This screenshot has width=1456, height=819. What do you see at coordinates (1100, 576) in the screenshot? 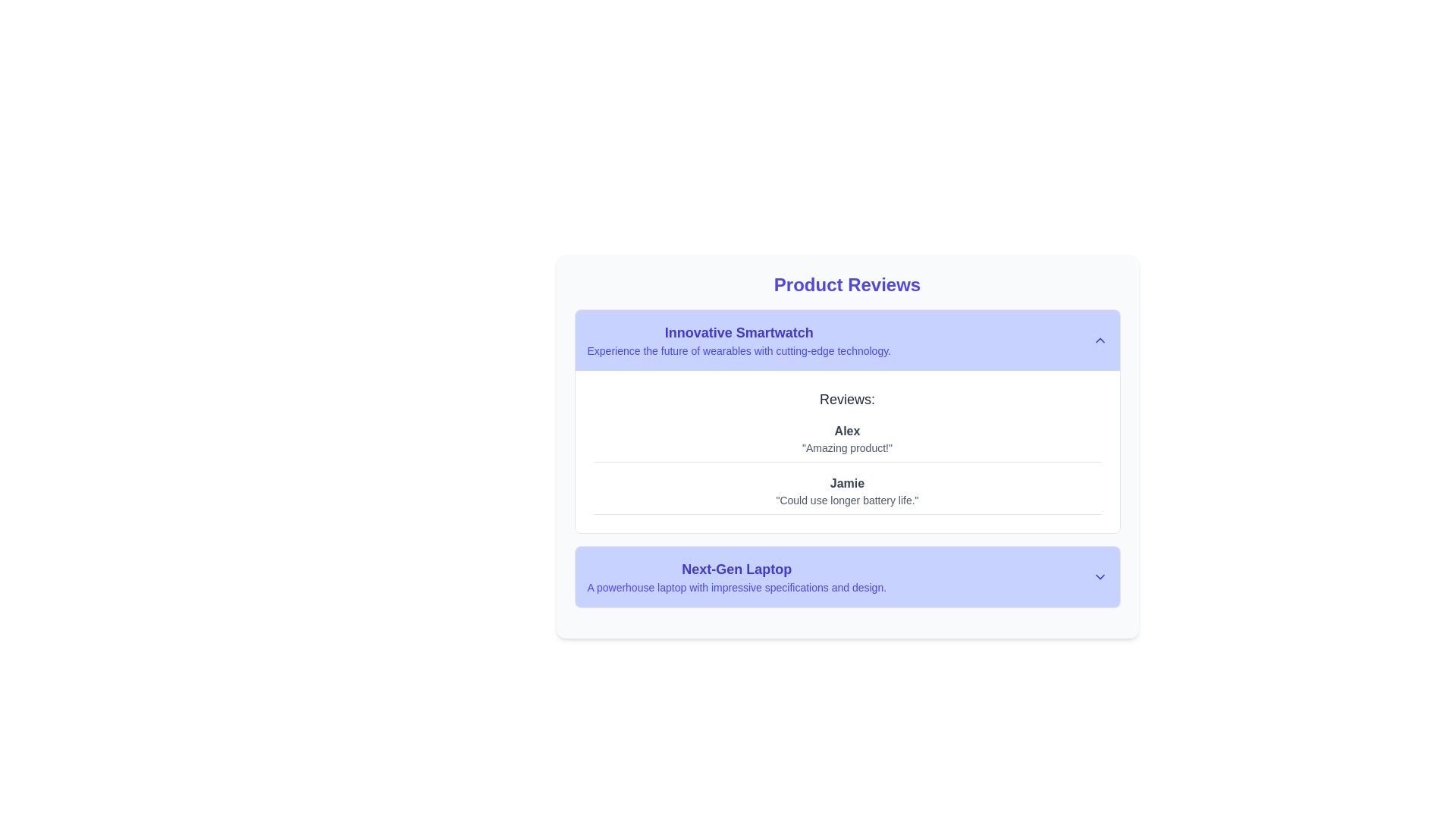
I see `the downward chevron icon` at bounding box center [1100, 576].